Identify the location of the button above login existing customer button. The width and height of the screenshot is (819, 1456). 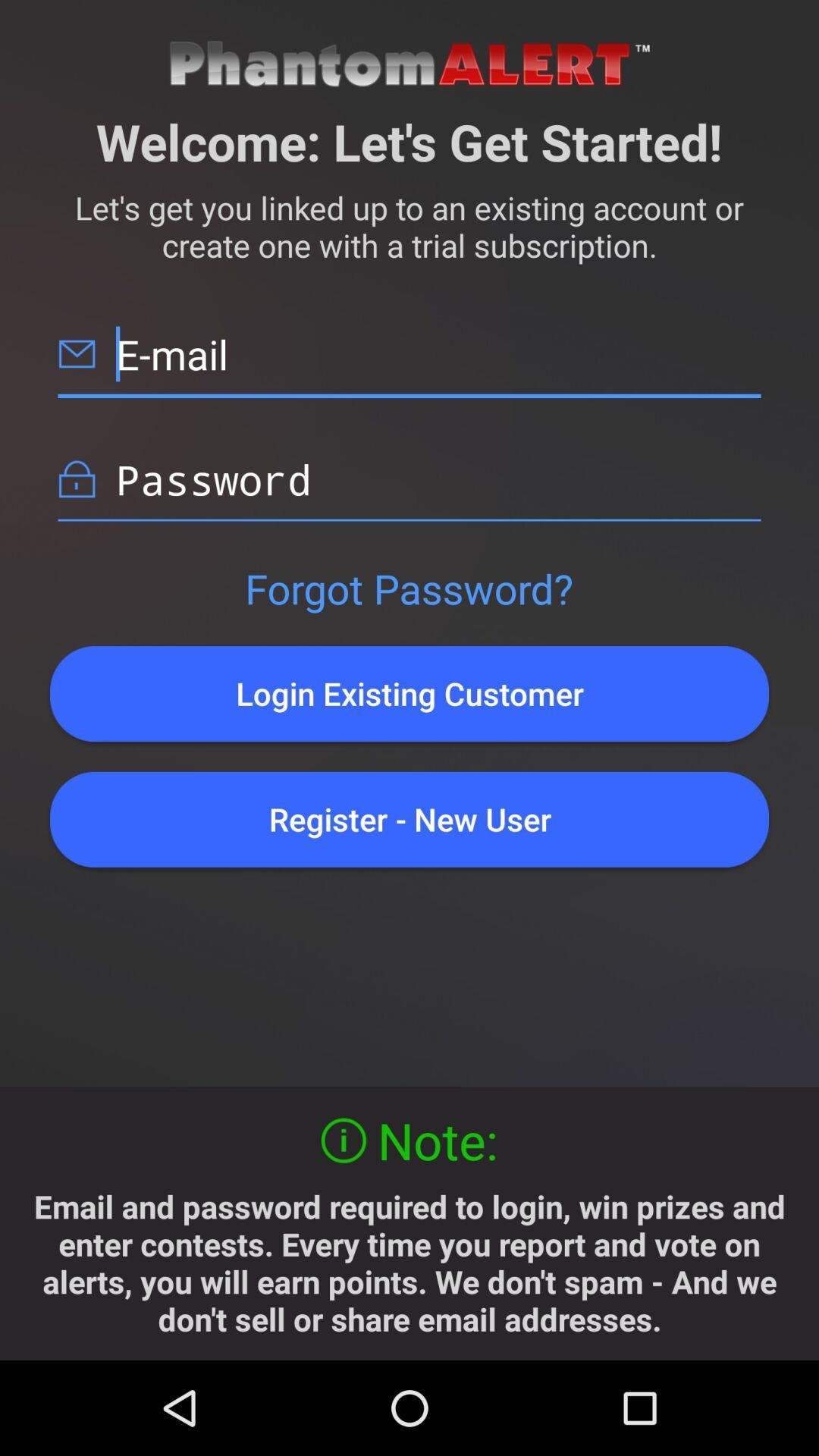
(408, 587).